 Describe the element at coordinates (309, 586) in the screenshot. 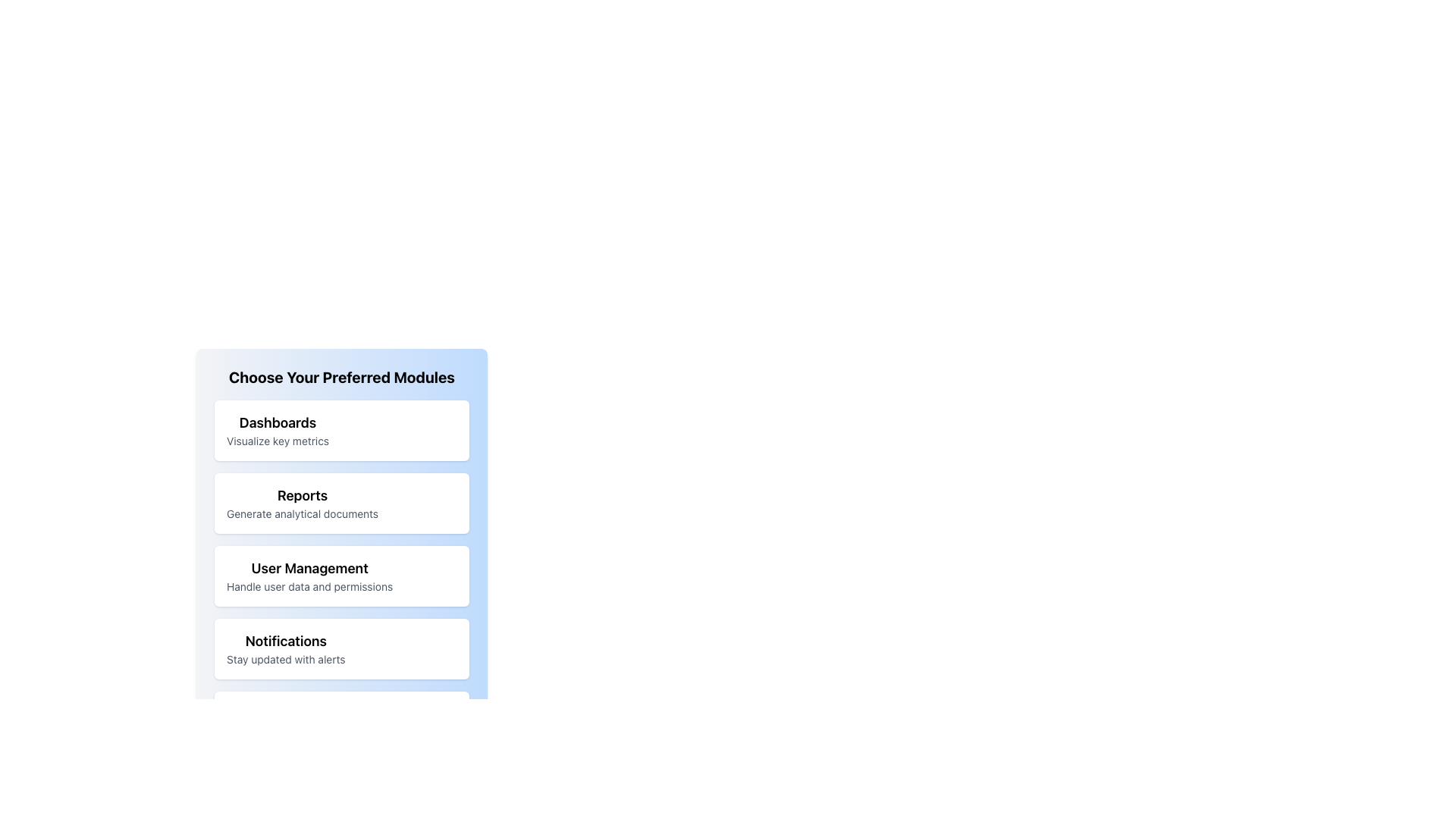

I see `the Text Label that contains the text 'Handle user data and permissions', styled in a small, gray font, located beneath the title 'User Management'` at that location.